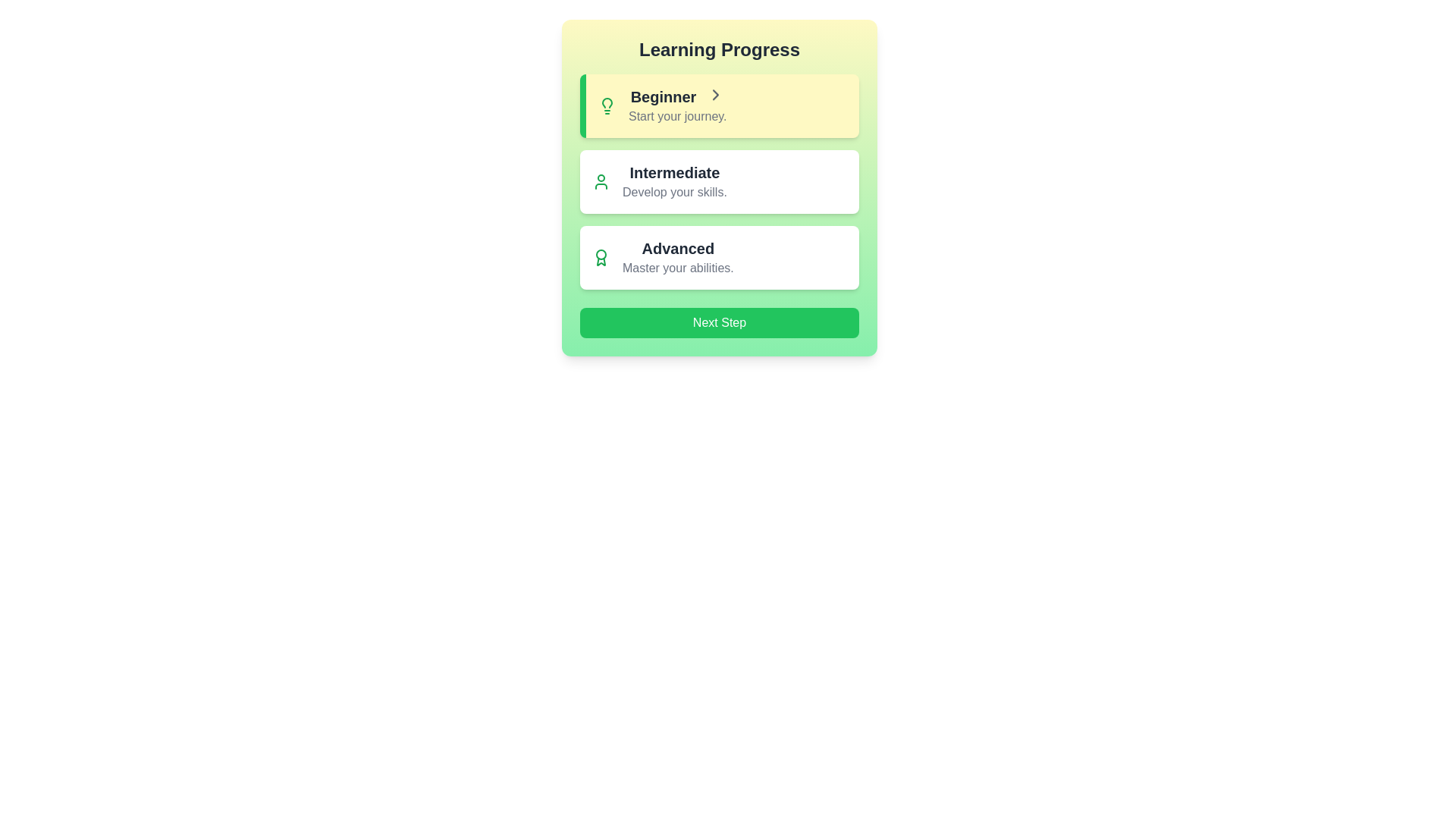 The width and height of the screenshot is (1456, 819). Describe the element at coordinates (673, 171) in the screenshot. I see `the 'Intermediate' title label in the 'Learning Progress' interface to provide emphasis and context` at that location.